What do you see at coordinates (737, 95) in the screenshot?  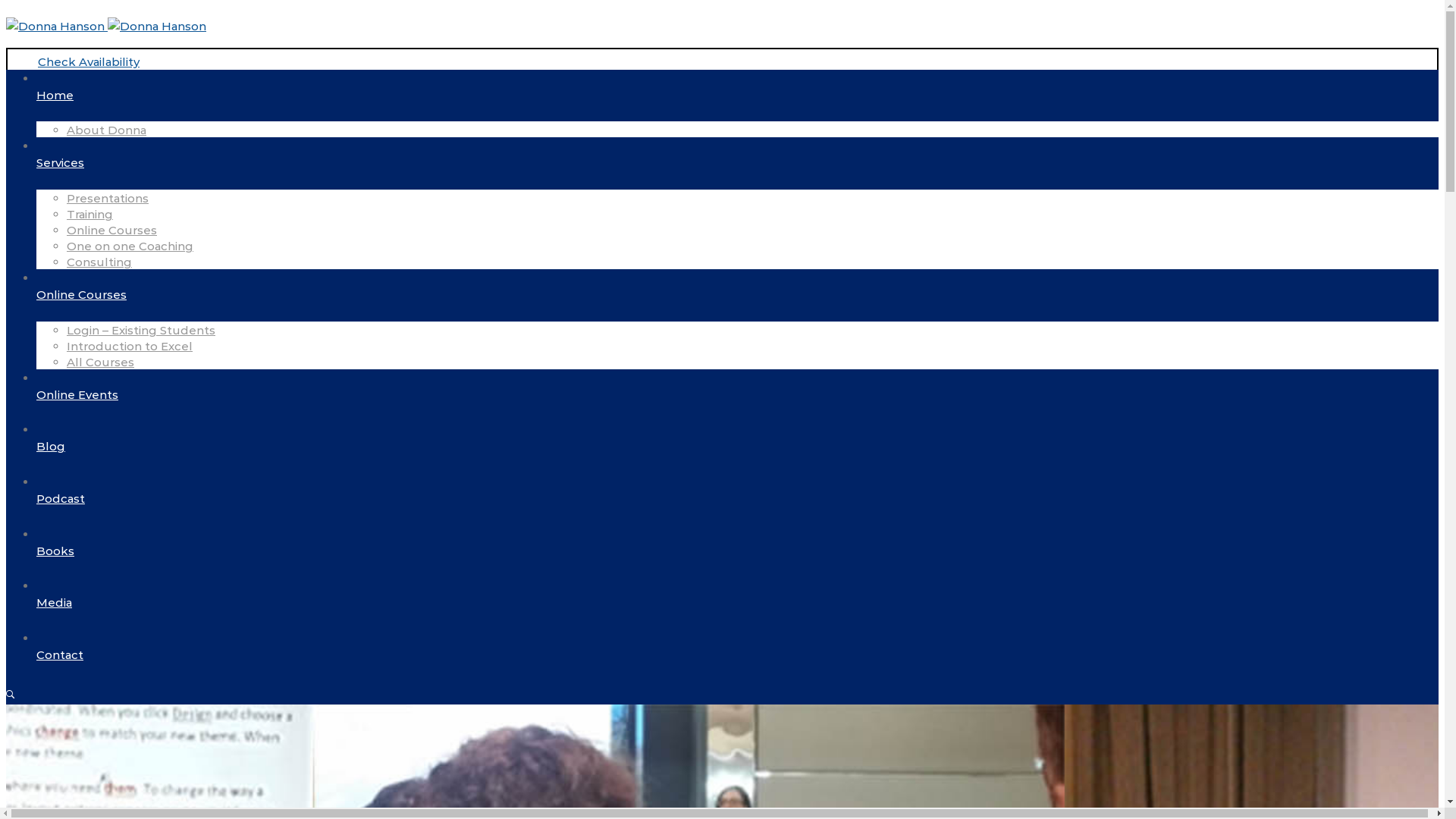 I see `'Home'` at bounding box center [737, 95].